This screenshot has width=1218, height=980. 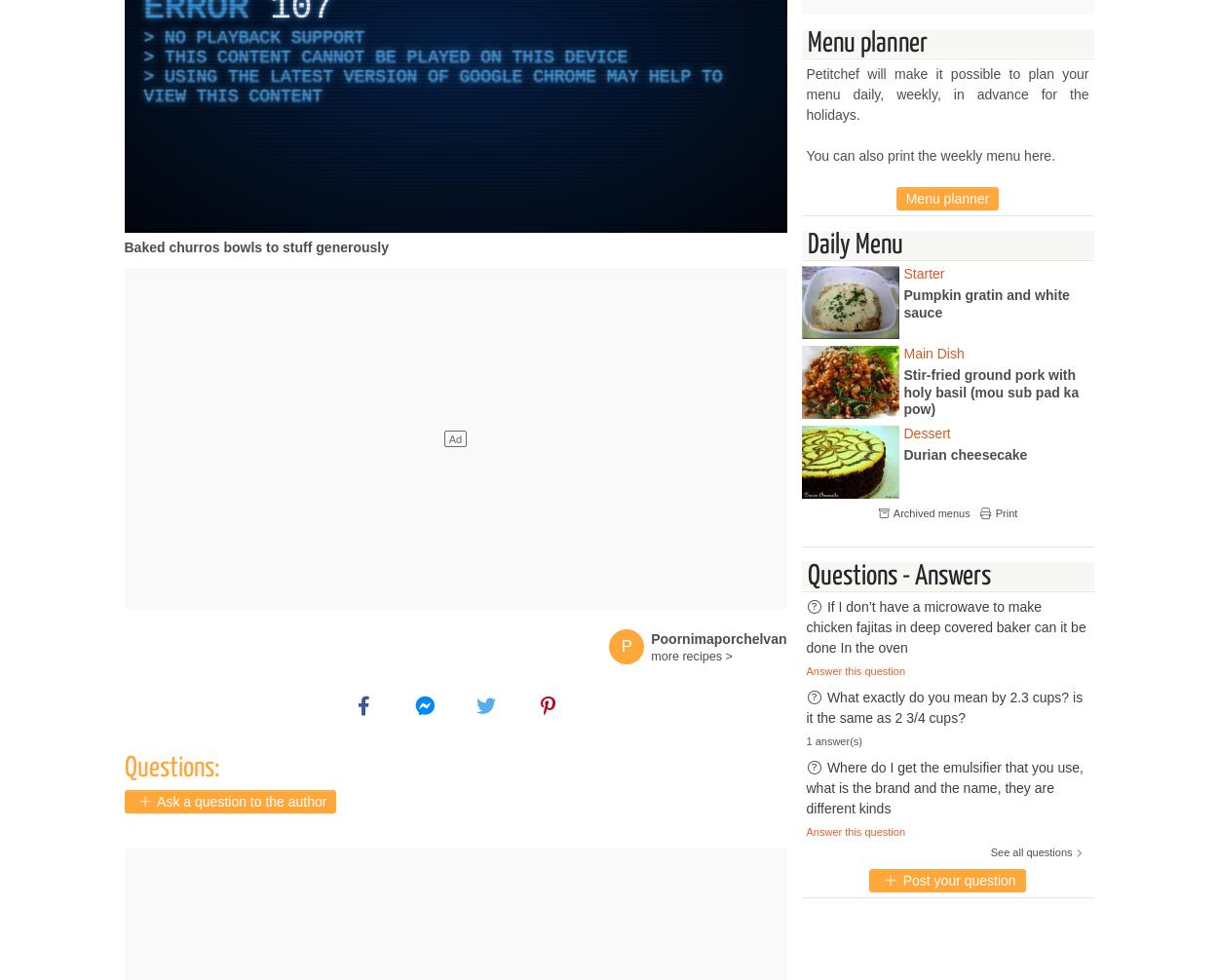 What do you see at coordinates (964, 453) in the screenshot?
I see `'Durian cheesecake'` at bounding box center [964, 453].